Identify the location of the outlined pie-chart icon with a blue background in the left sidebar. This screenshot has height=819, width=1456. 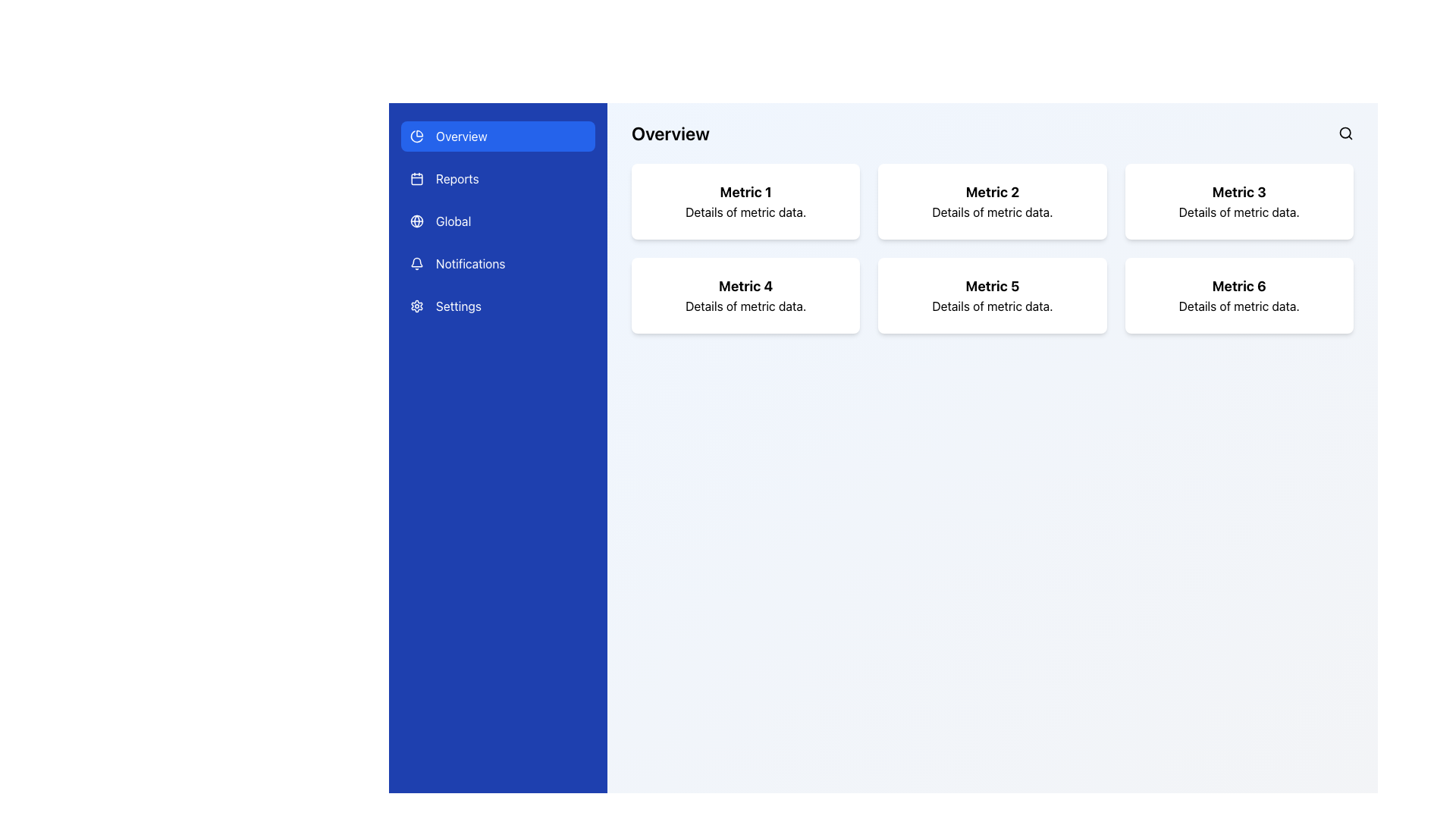
(417, 136).